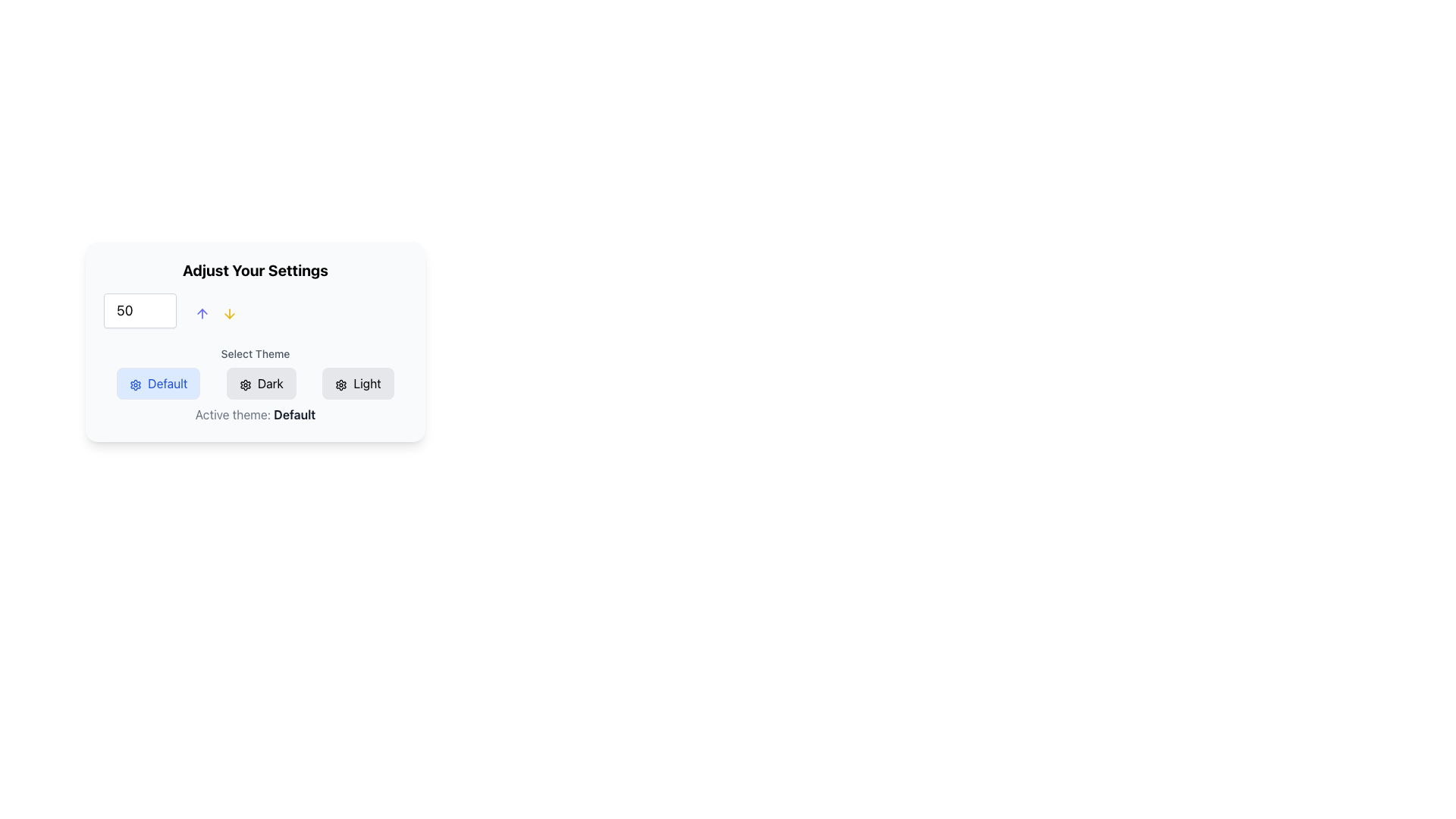 This screenshot has height=819, width=1456. What do you see at coordinates (340, 384) in the screenshot?
I see `the gear-shaped icon located to the left of the 'Light' label within the 'Select Theme' button` at bounding box center [340, 384].